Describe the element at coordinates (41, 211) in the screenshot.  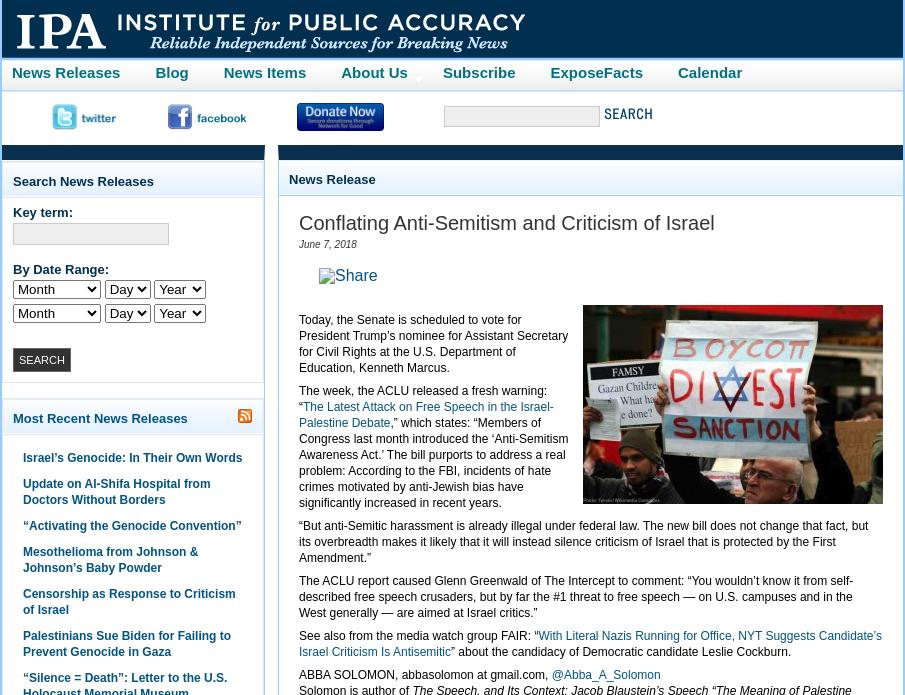
I see `'Key term:'` at that location.